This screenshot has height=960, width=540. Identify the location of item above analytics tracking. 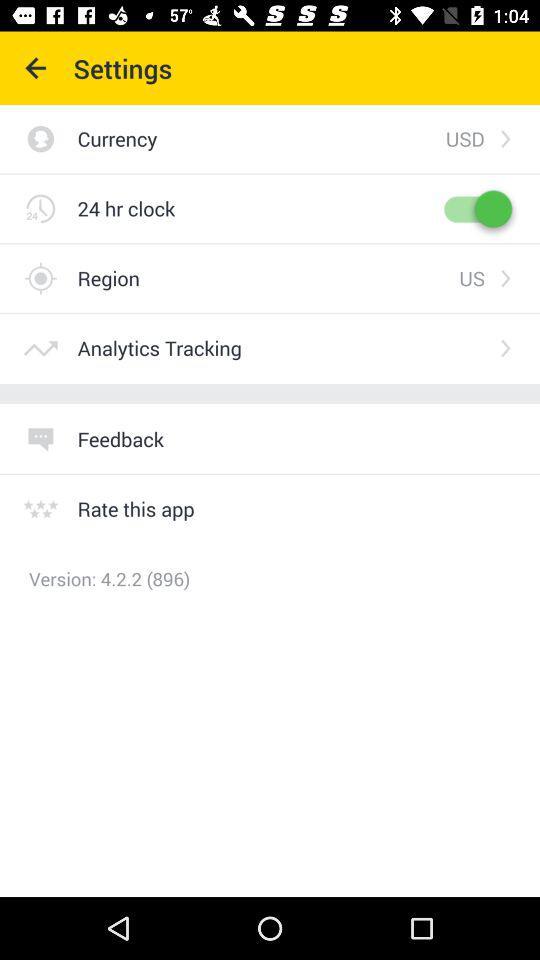
(268, 277).